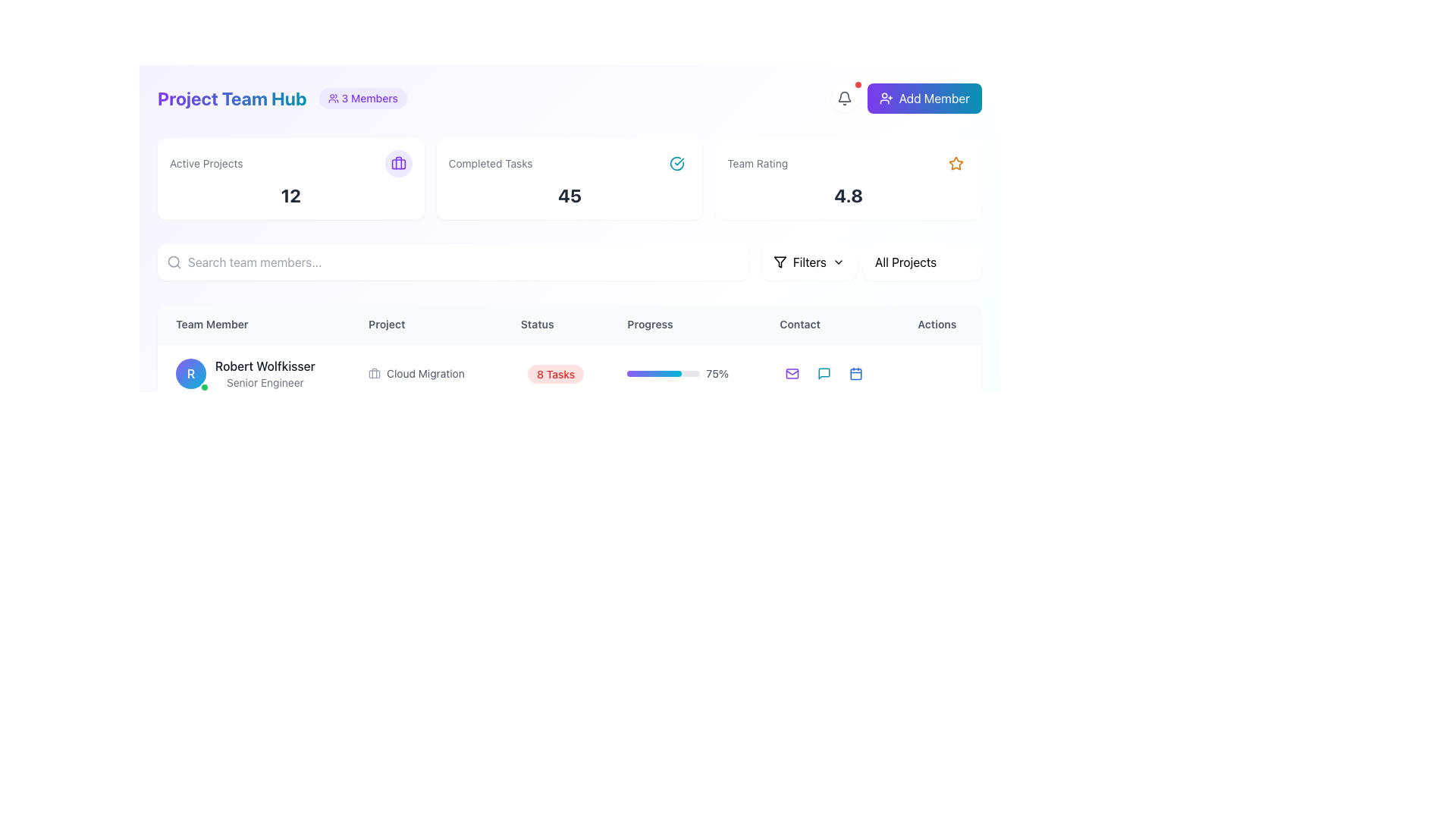 The image size is (1456, 819). What do you see at coordinates (848, 195) in the screenshot?
I see `displayed numeric value '4.8' from the Text label in the 'Team Rating' section, which is prominently styled and located centrally under the label 'Team Rating.'` at bounding box center [848, 195].